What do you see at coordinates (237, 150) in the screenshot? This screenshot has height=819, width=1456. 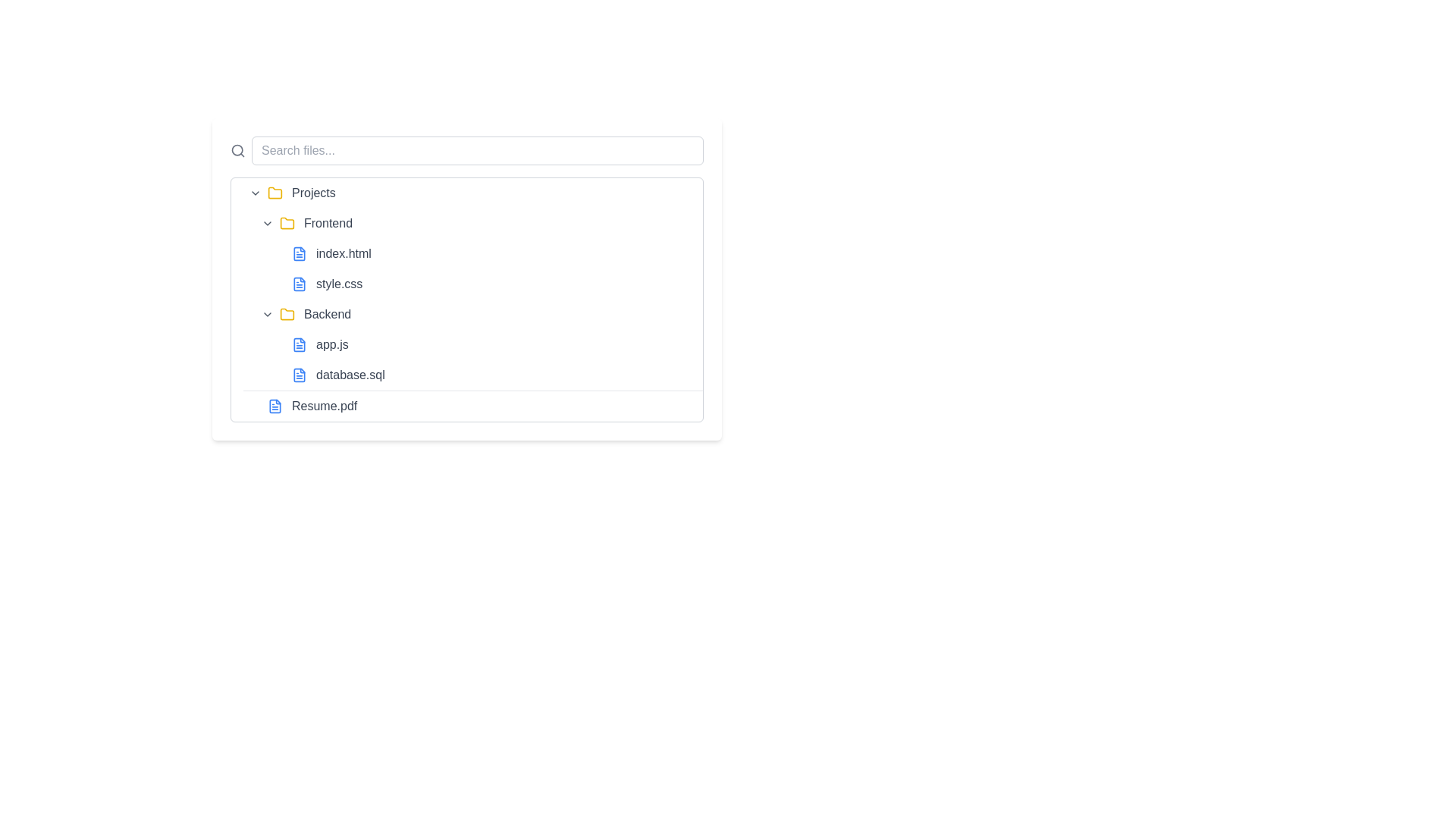 I see `the decorative SVG circle graphic that is part of the search icon located in the top-left region, to the left of the search input field` at bounding box center [237, 150].